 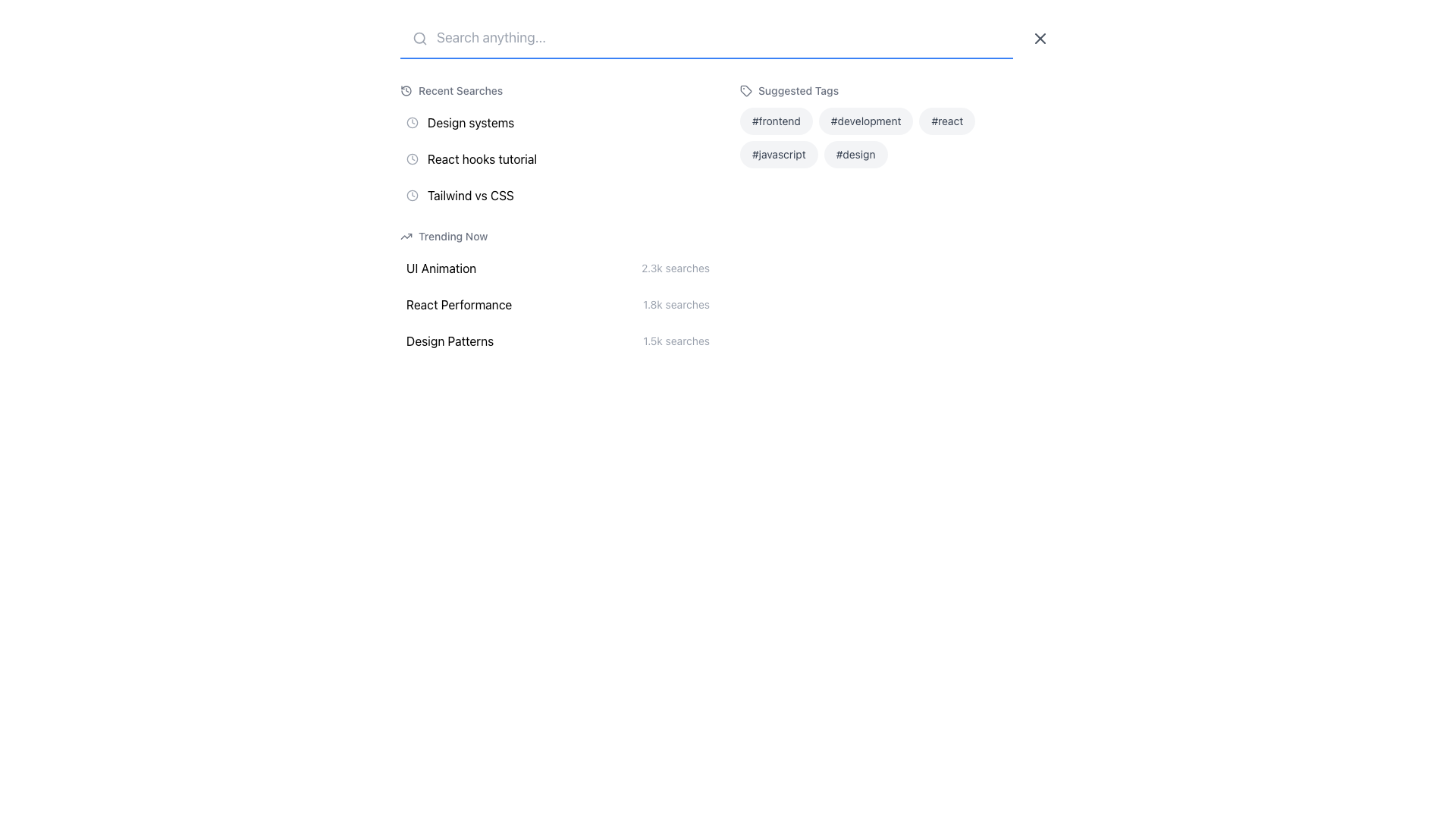 What do you see at coordinates (412, 158) in the screenshot?
I see `the SVG circle element that serves as the base of the clock icon in the 'Recent Searches' section, located to the left of the text 'Design systems.'` at bounding box center [412, 158].